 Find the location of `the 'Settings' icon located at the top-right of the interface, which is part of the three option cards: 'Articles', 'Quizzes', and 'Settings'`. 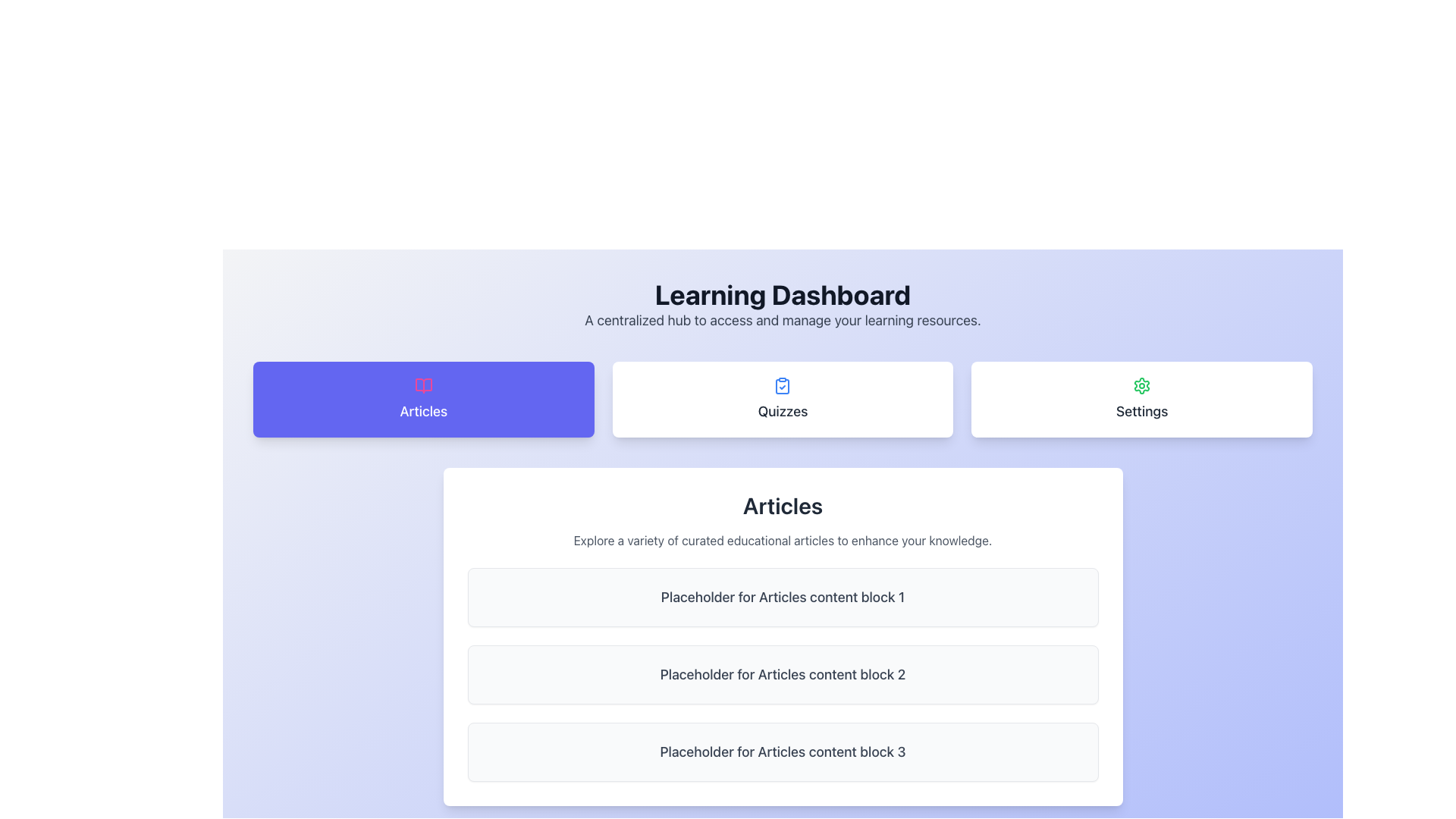

the 'Settings' icon located at the top-right of the interface, which is part of the three option cards: 'Articles', 'Quizzes', and 'Settings' is located at coordinates (1142, 385).